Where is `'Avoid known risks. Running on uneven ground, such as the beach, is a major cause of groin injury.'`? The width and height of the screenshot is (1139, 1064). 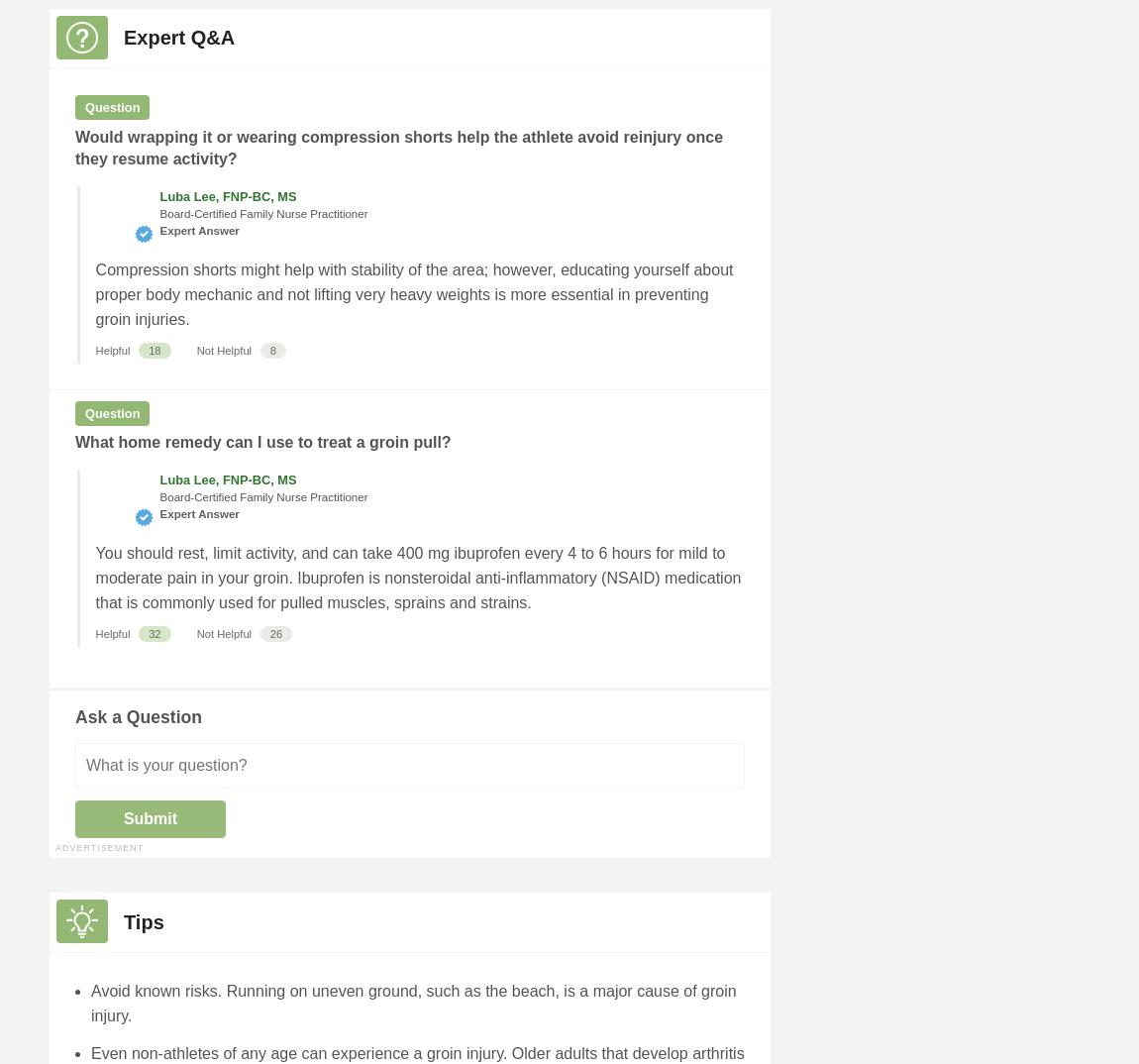 'Avoid known risks. Running on uneven ground, such as the beach, is a major cause of groin injury.' is located at coordinates (413, 1002).